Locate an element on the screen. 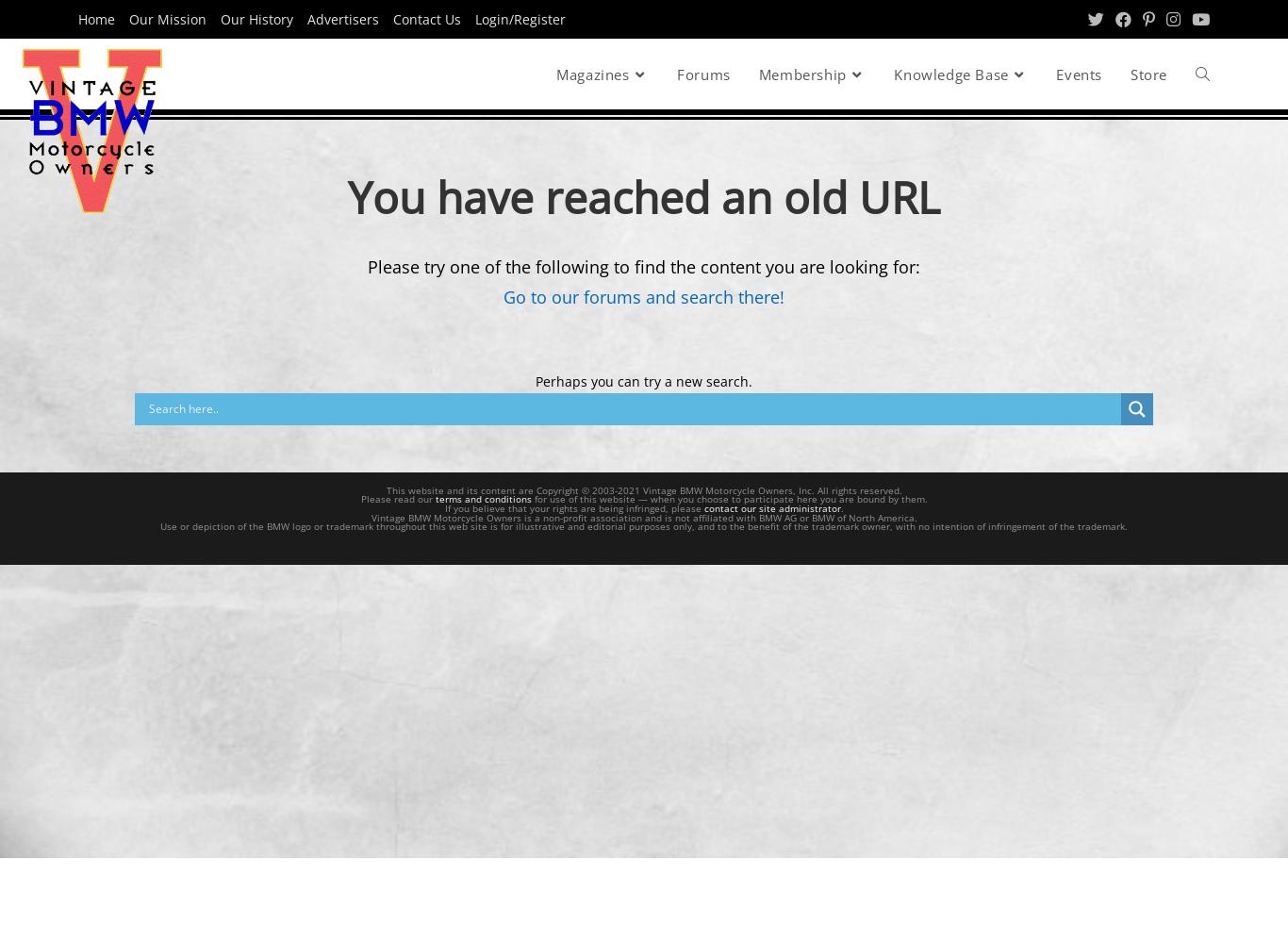  'This website and its content are Copyright © 2003-2021 Vintage BMW Motorcycle Owners, Inc. All rights reserved.' is located at coordinates (642, 489).